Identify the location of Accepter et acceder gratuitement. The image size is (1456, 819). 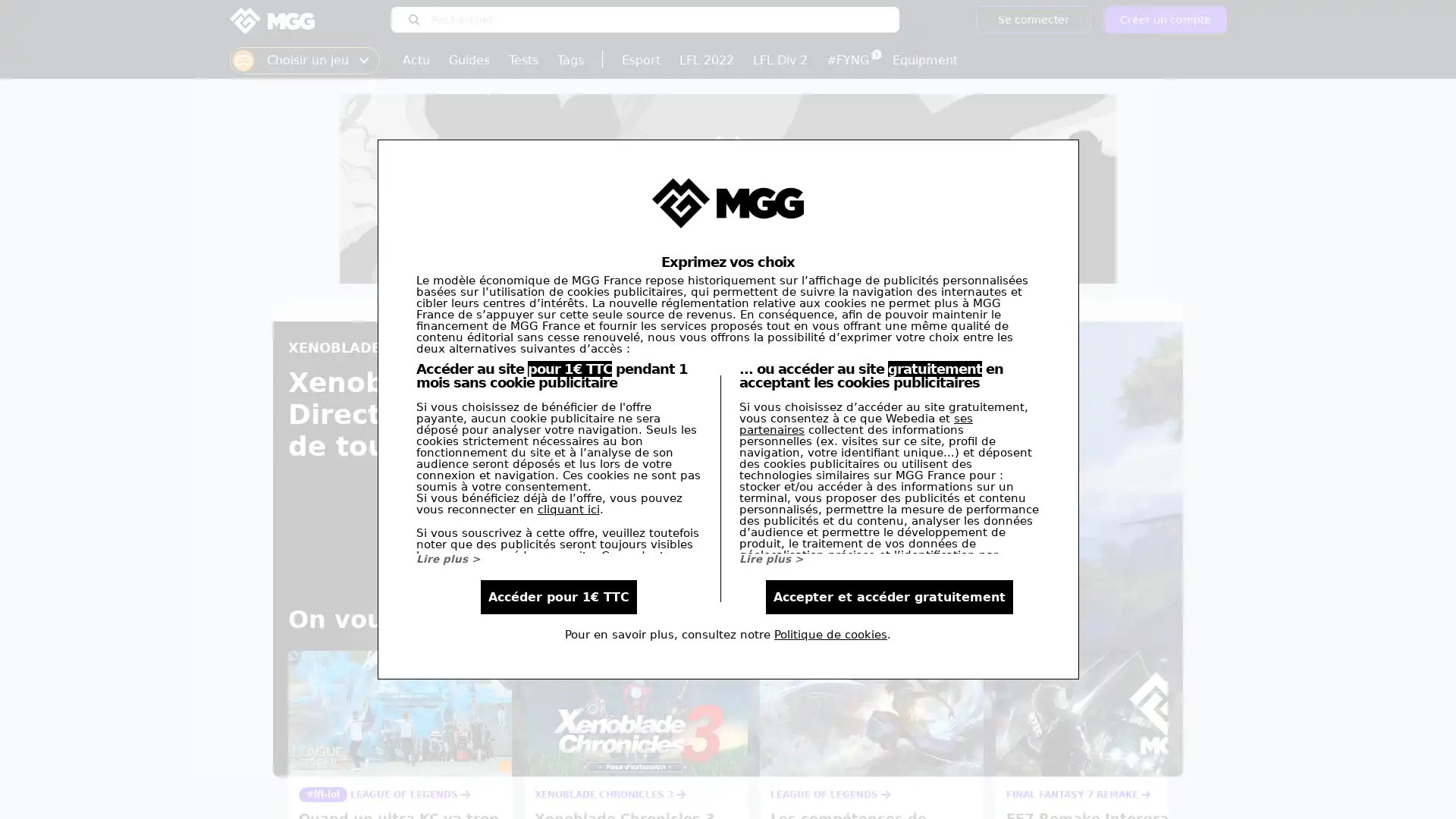
(889, 596).